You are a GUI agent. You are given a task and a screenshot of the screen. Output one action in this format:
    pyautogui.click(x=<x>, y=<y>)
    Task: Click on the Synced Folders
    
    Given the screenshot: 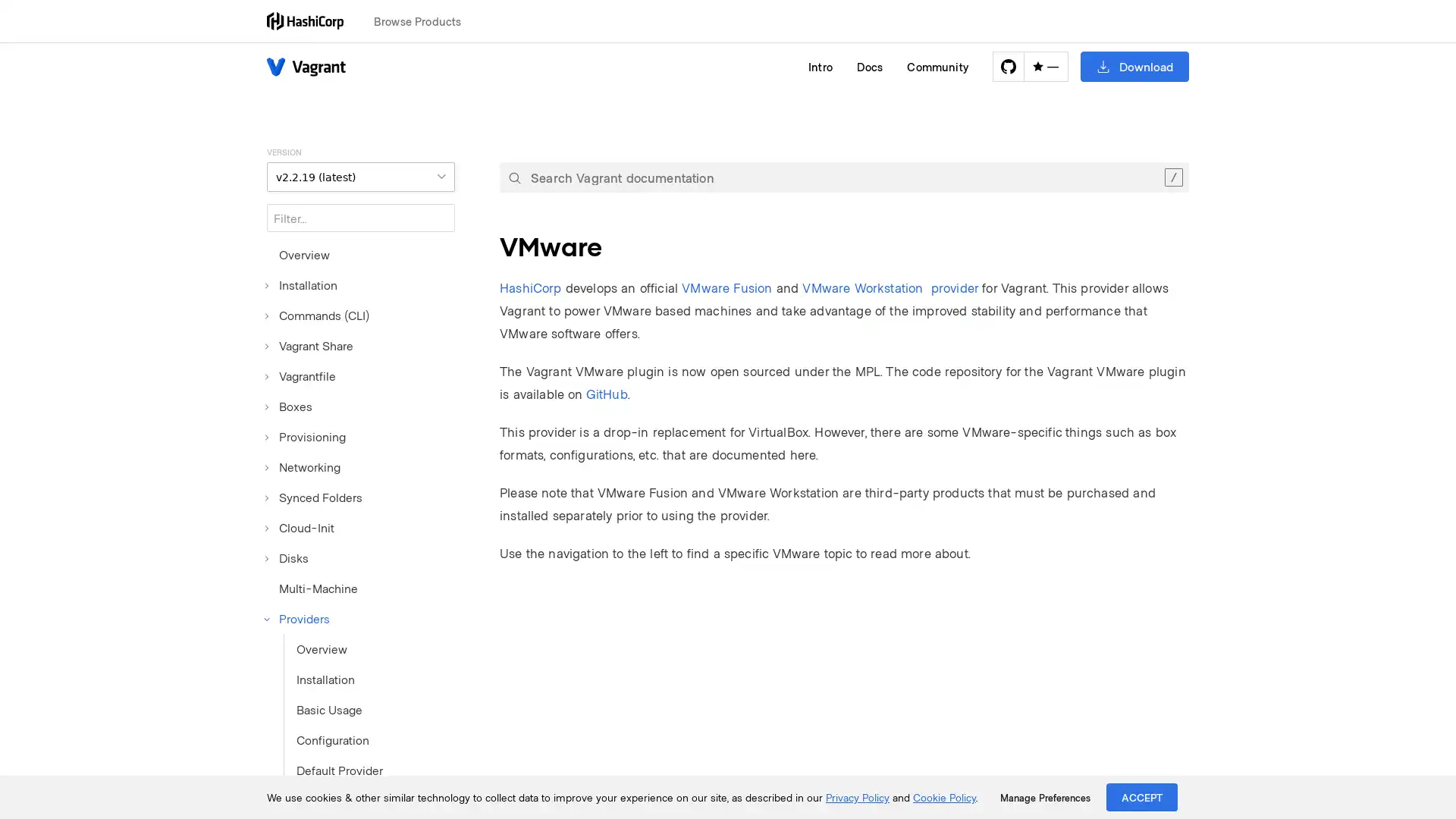 What is the action you would take?
    pyautogui.click(x=313, y=497)
    